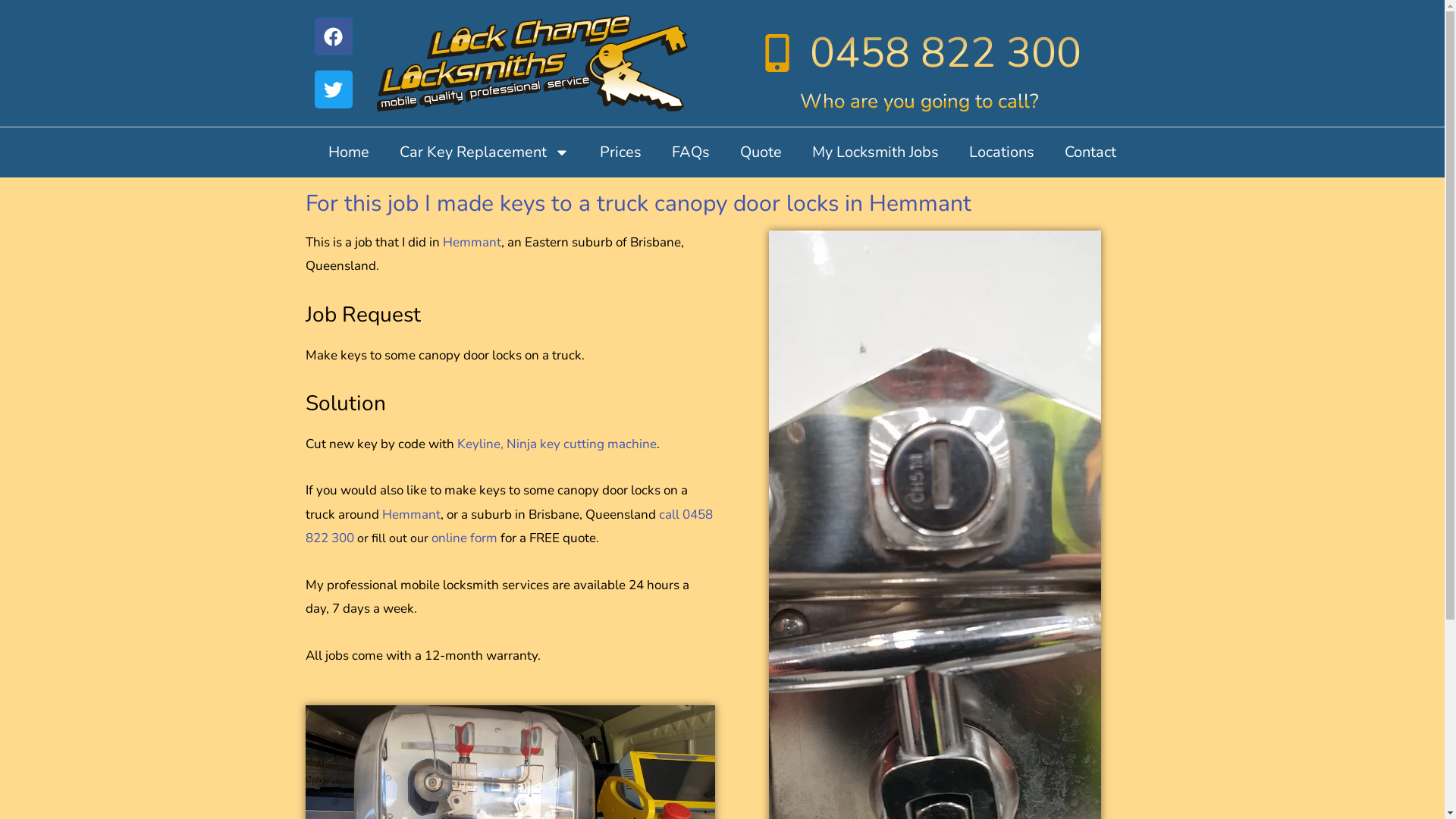 The width and height of the screenshot is (1456, 819). I want to click on '0458 822 300', so click(919, 52).